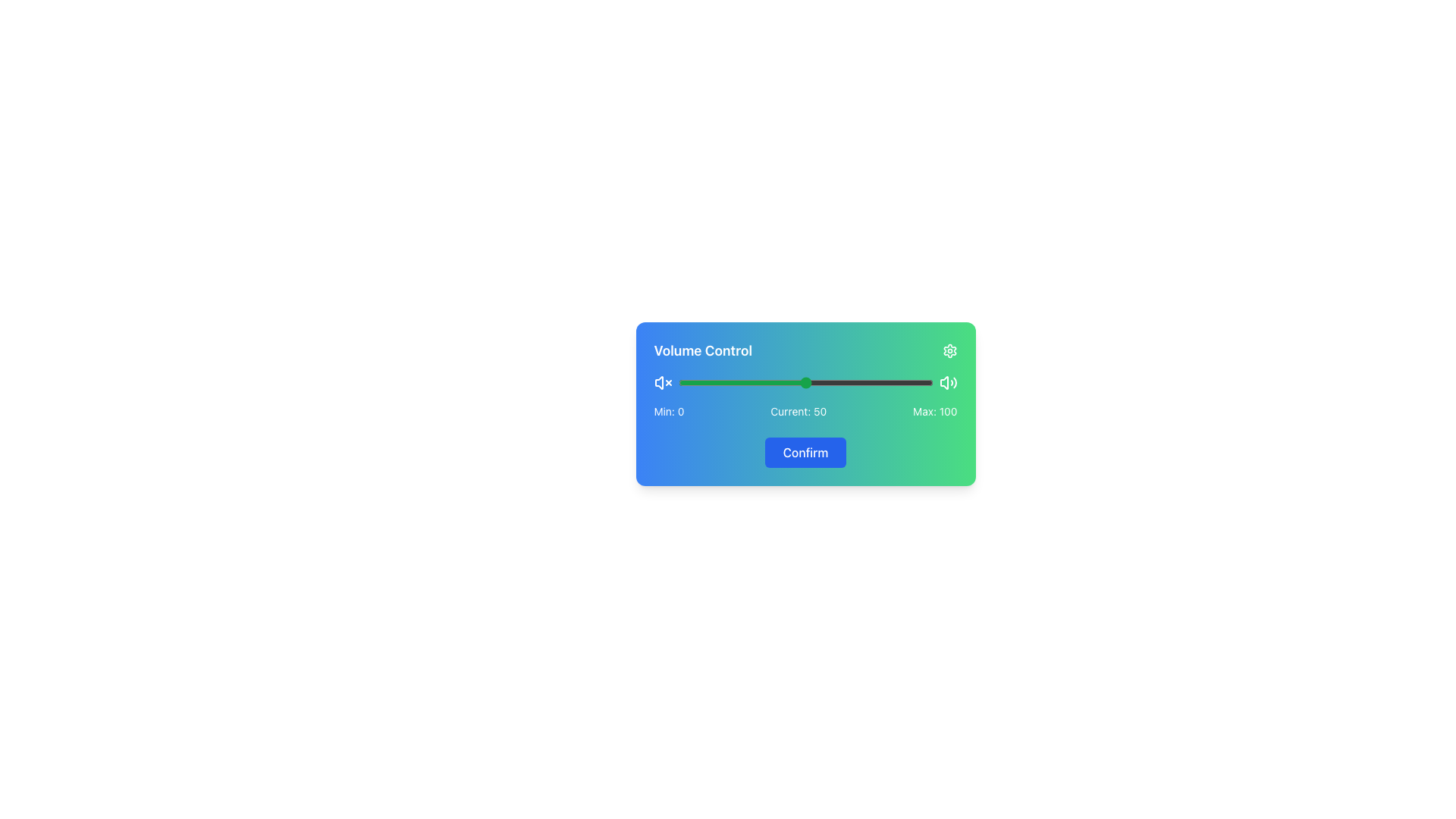 The width and height of the screenshot is (1456, 819). What do you see at coordinates (805, 444) in the screenshot?
I see `the 'Confirm' button located at the bottom section of the gradient card interface` at bounding box center [805, 444].